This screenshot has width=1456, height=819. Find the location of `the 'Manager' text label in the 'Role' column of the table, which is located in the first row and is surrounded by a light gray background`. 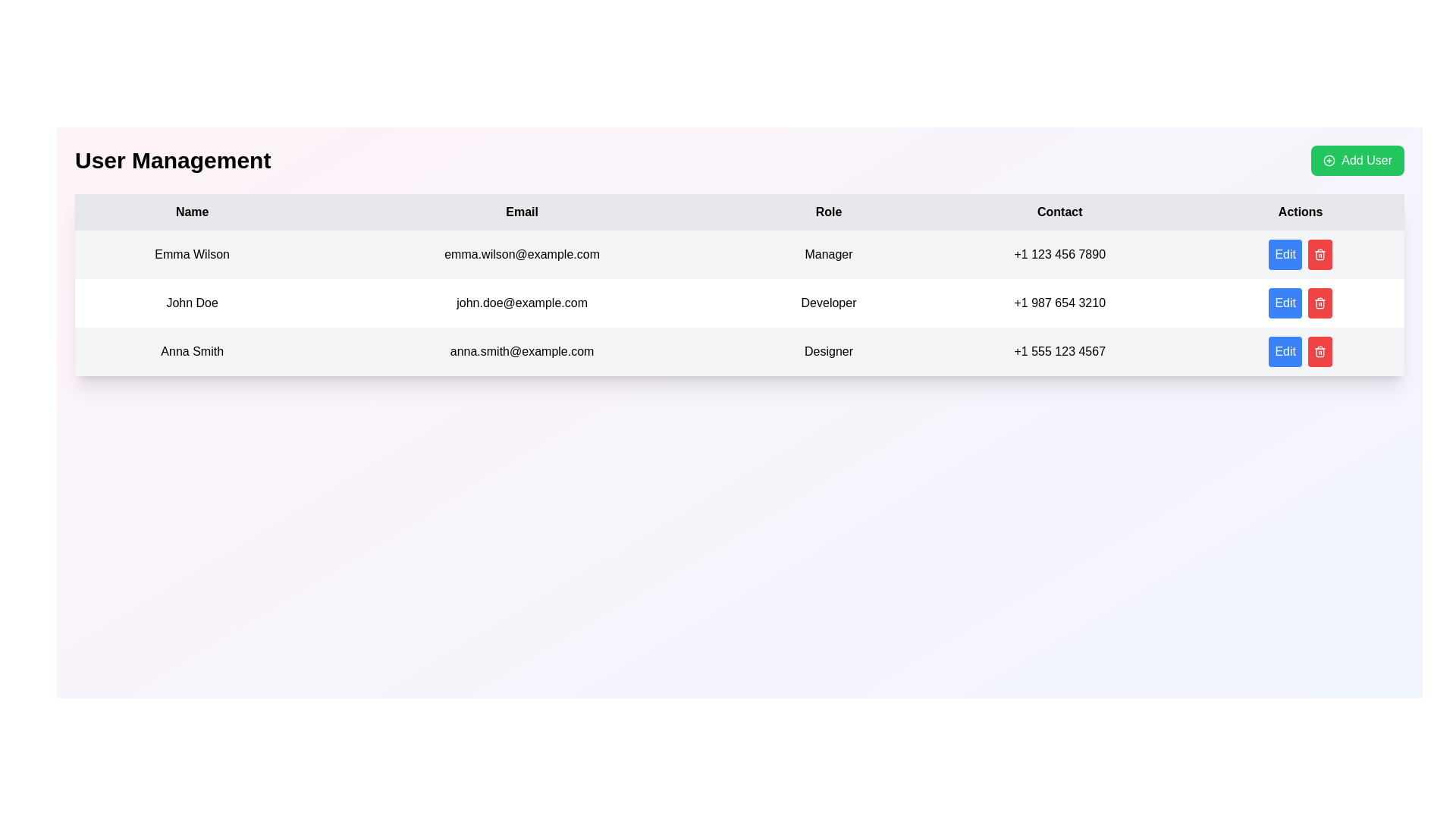

the 'Manager' text label in the 'Role' column of the table, which is located in the first row and is surrounded by a light gray background is located at coordinates (828, 253).